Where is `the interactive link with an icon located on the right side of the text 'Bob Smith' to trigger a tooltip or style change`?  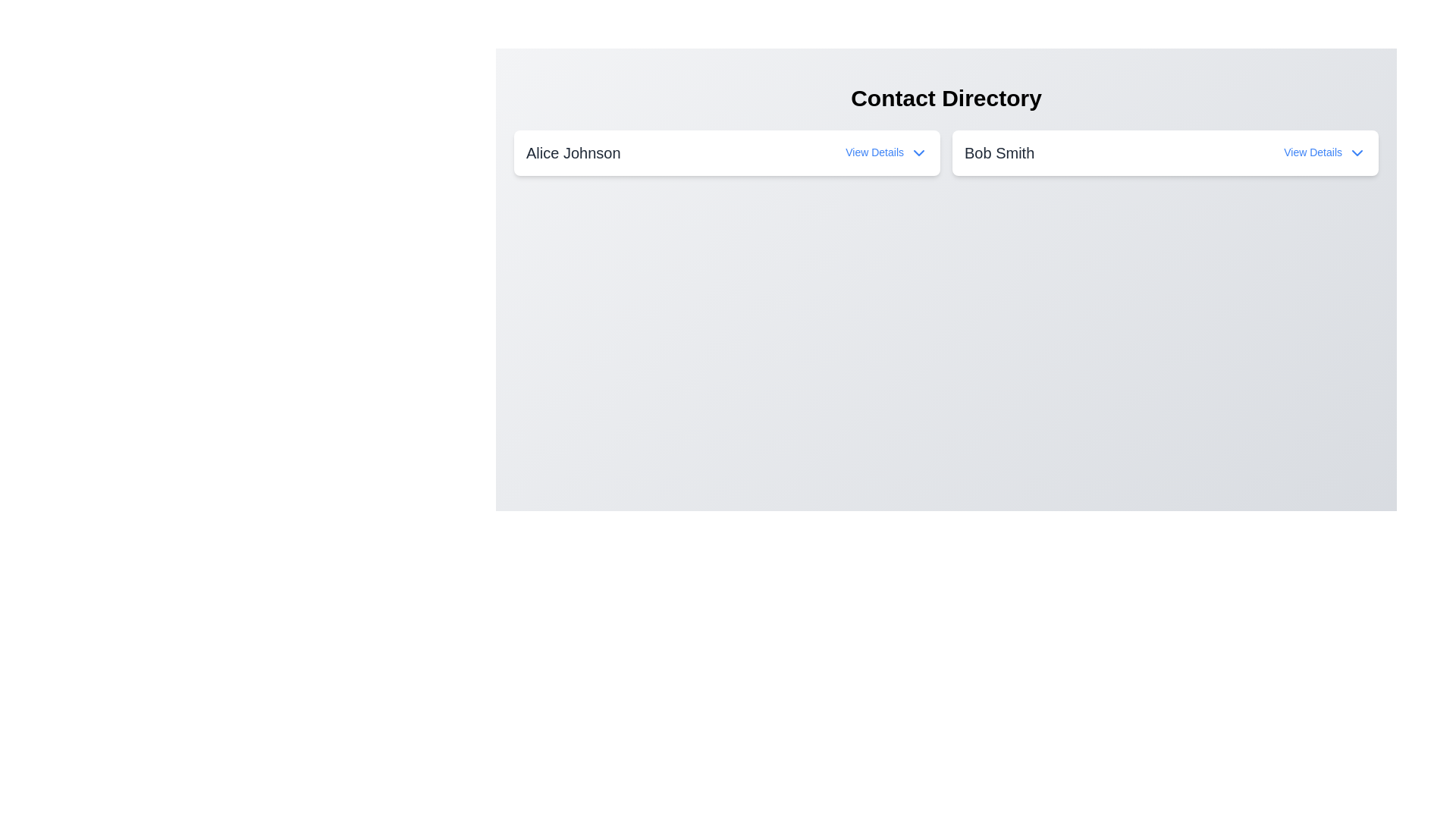 the interactive link with an icon located on the right side of the text 'Bob Smith' to trigger a tooltip or style change is located at coordinates (1324, 152).